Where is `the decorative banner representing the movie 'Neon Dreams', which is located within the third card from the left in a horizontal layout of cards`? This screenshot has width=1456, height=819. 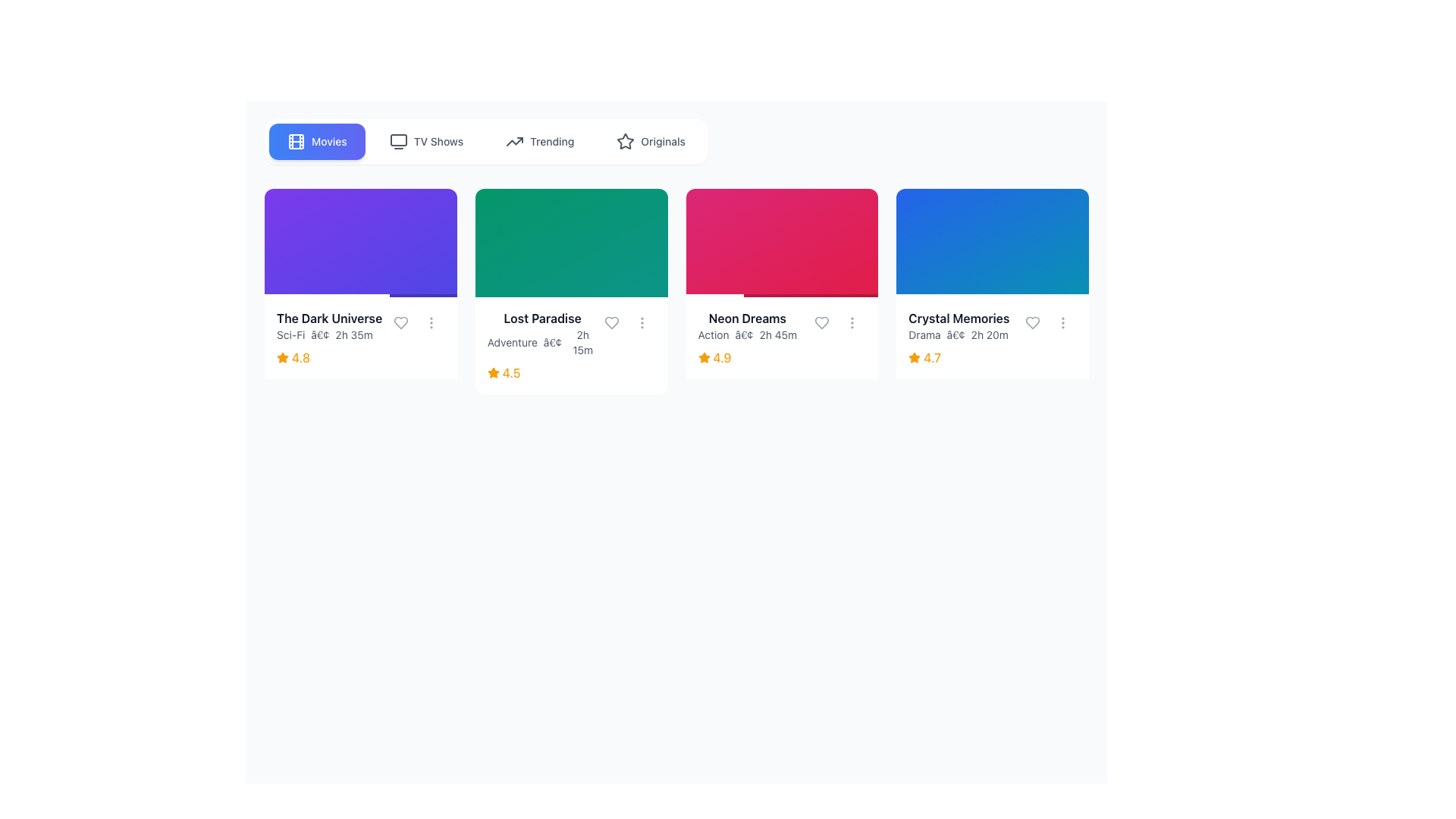
the decorative banner representing the movie 'Neon Dreams', which is located within the third card from the left in a horizontal layout of cards is located at coordinates (782, 242).